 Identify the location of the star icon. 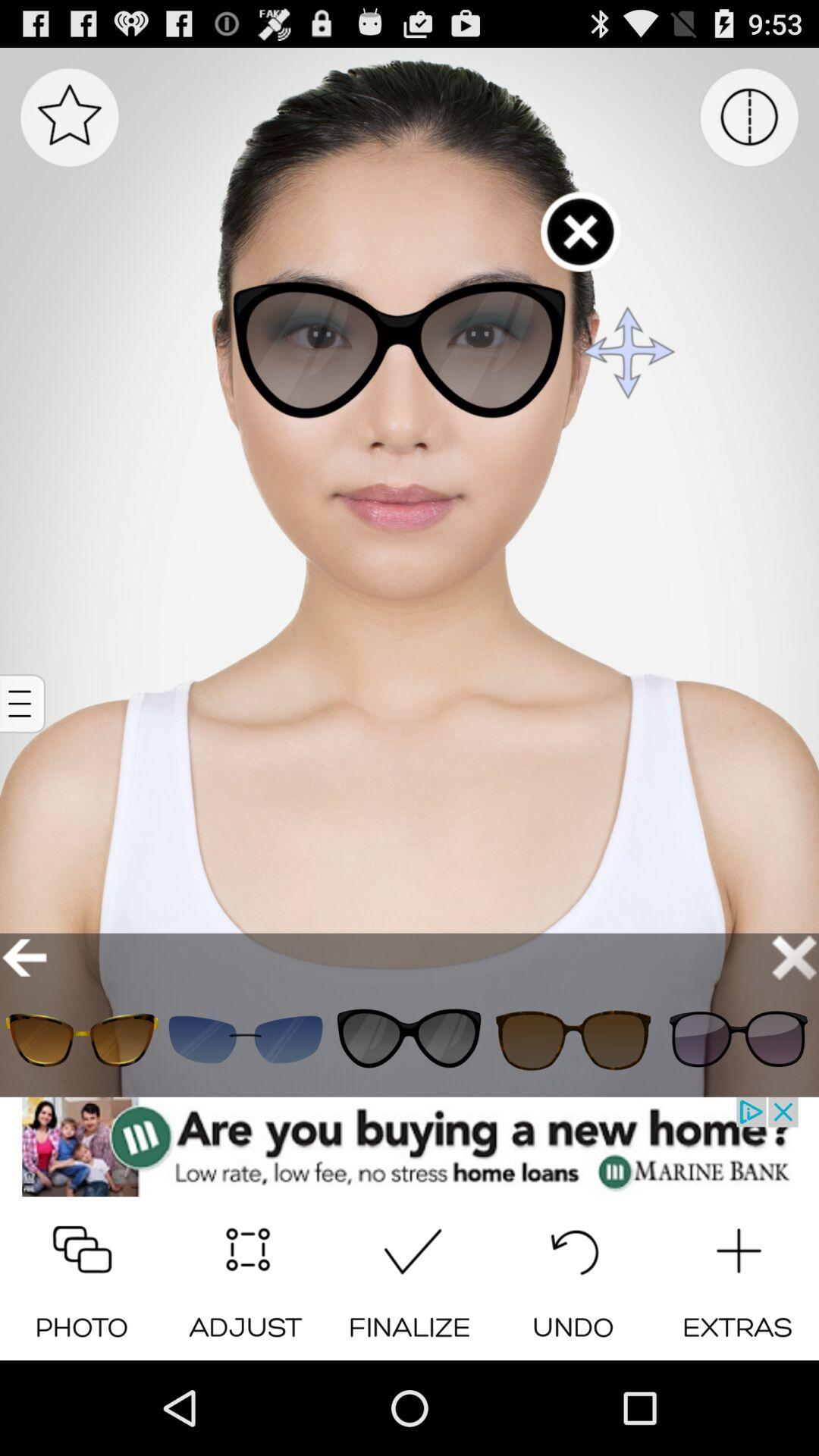
(69, 125).